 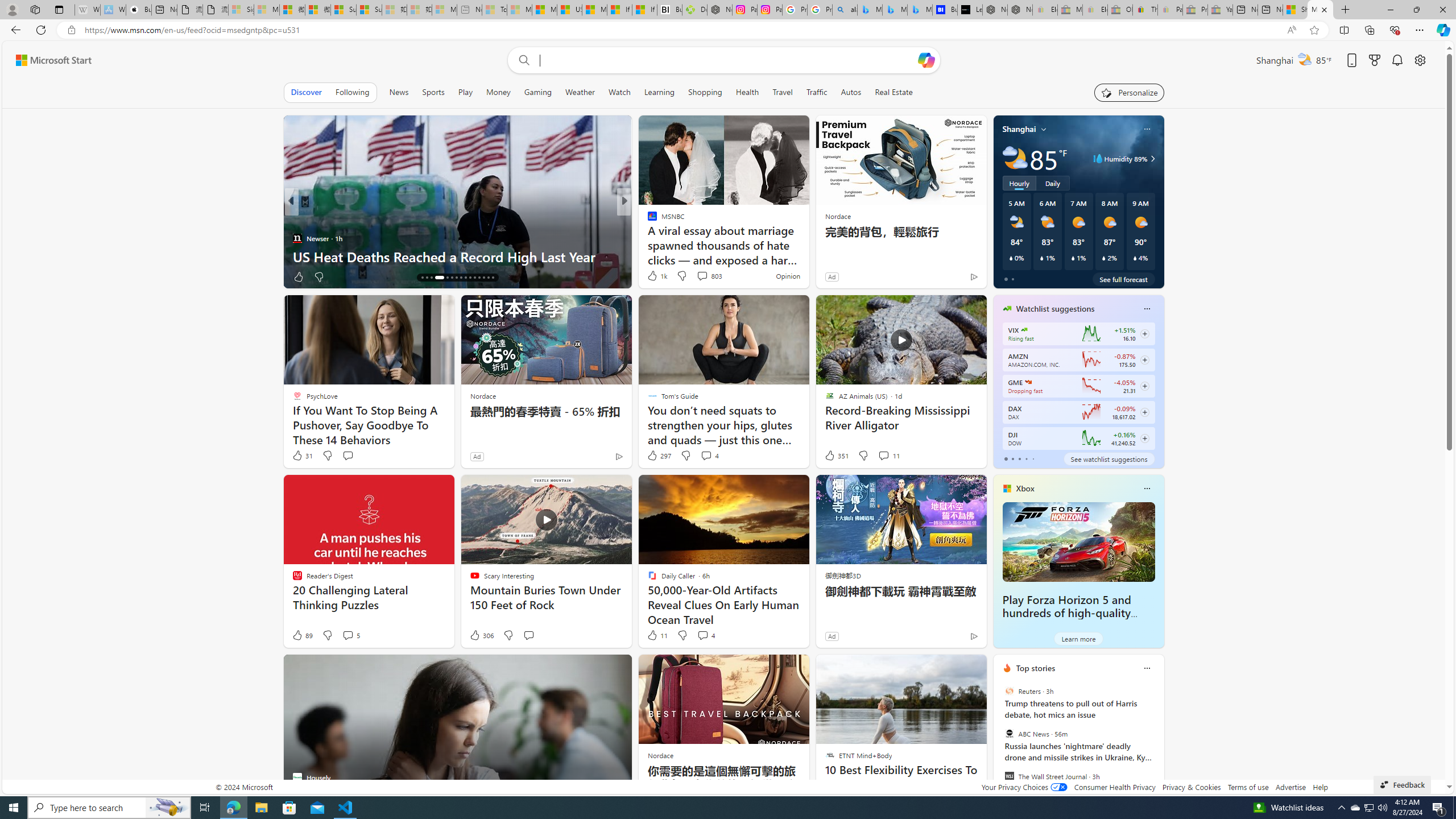 What do you see at coordinates (1219, 9) in the screenshot?
I see `'Yard, Garden & Outdoor Living - Sleeping'` at bounding box center [1219, 9].